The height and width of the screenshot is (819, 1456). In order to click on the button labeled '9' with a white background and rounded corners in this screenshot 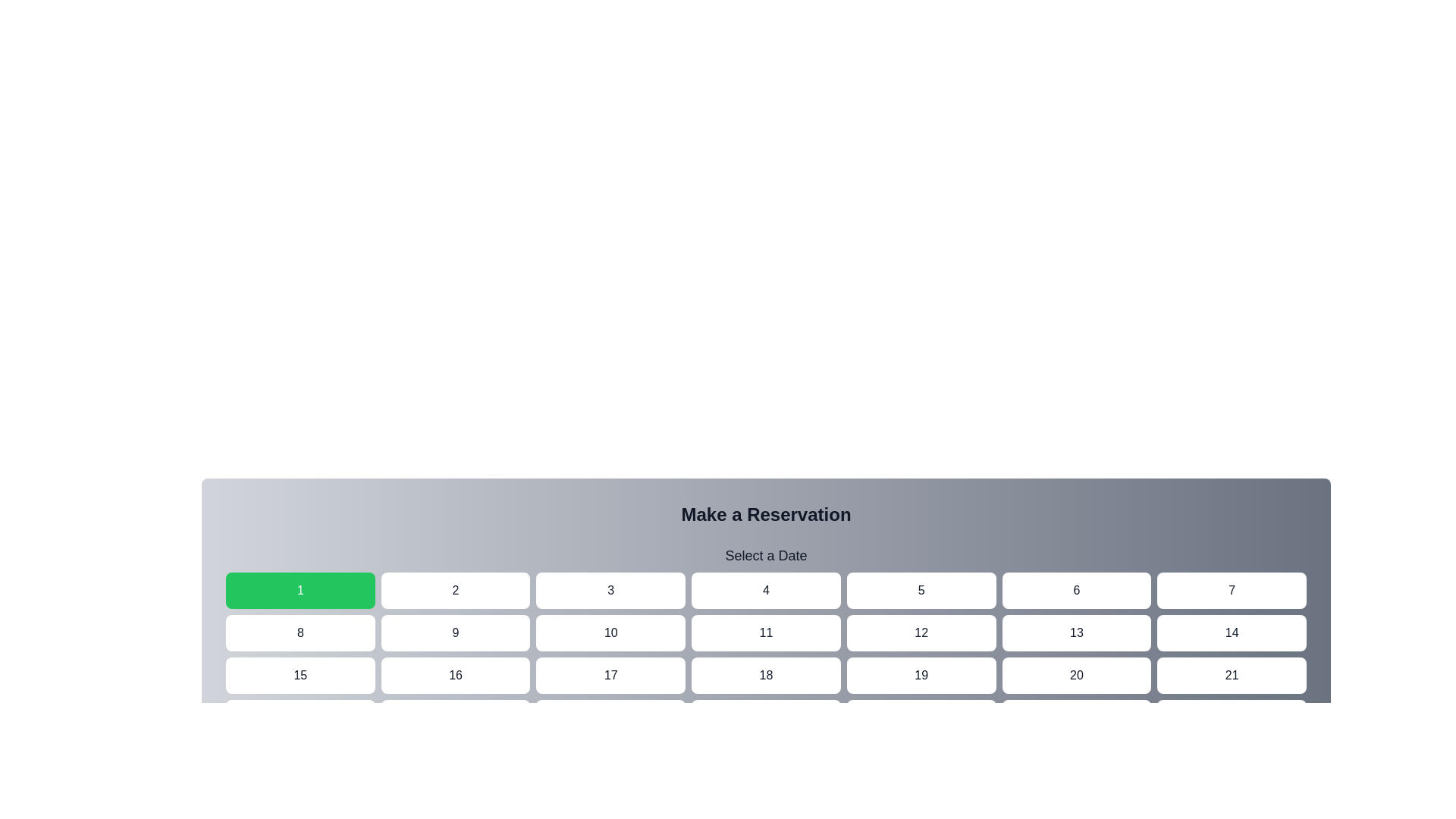, I will do `click(455, 632)`.